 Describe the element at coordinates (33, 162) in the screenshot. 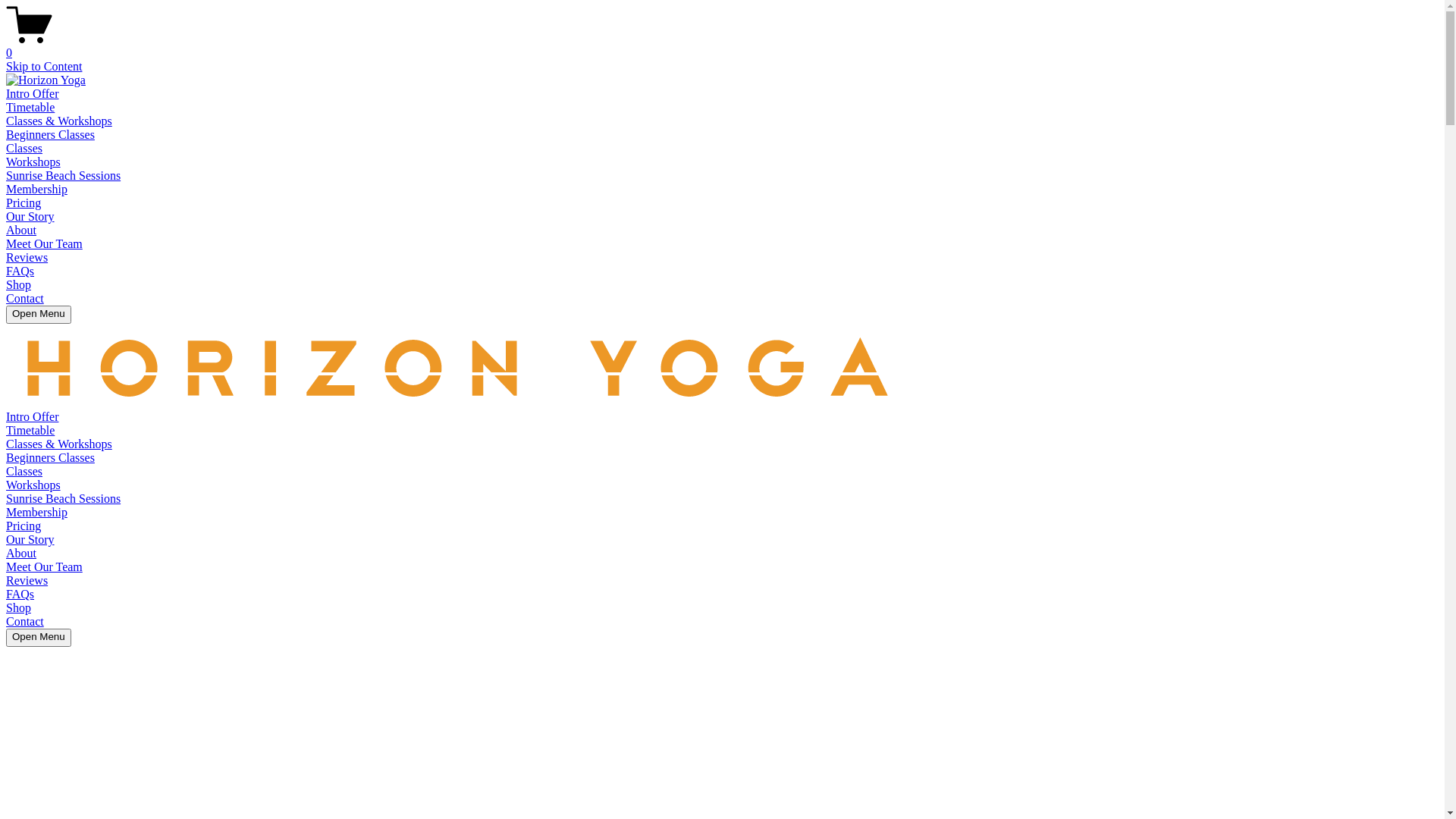

I see `'Workshops'` at that location.